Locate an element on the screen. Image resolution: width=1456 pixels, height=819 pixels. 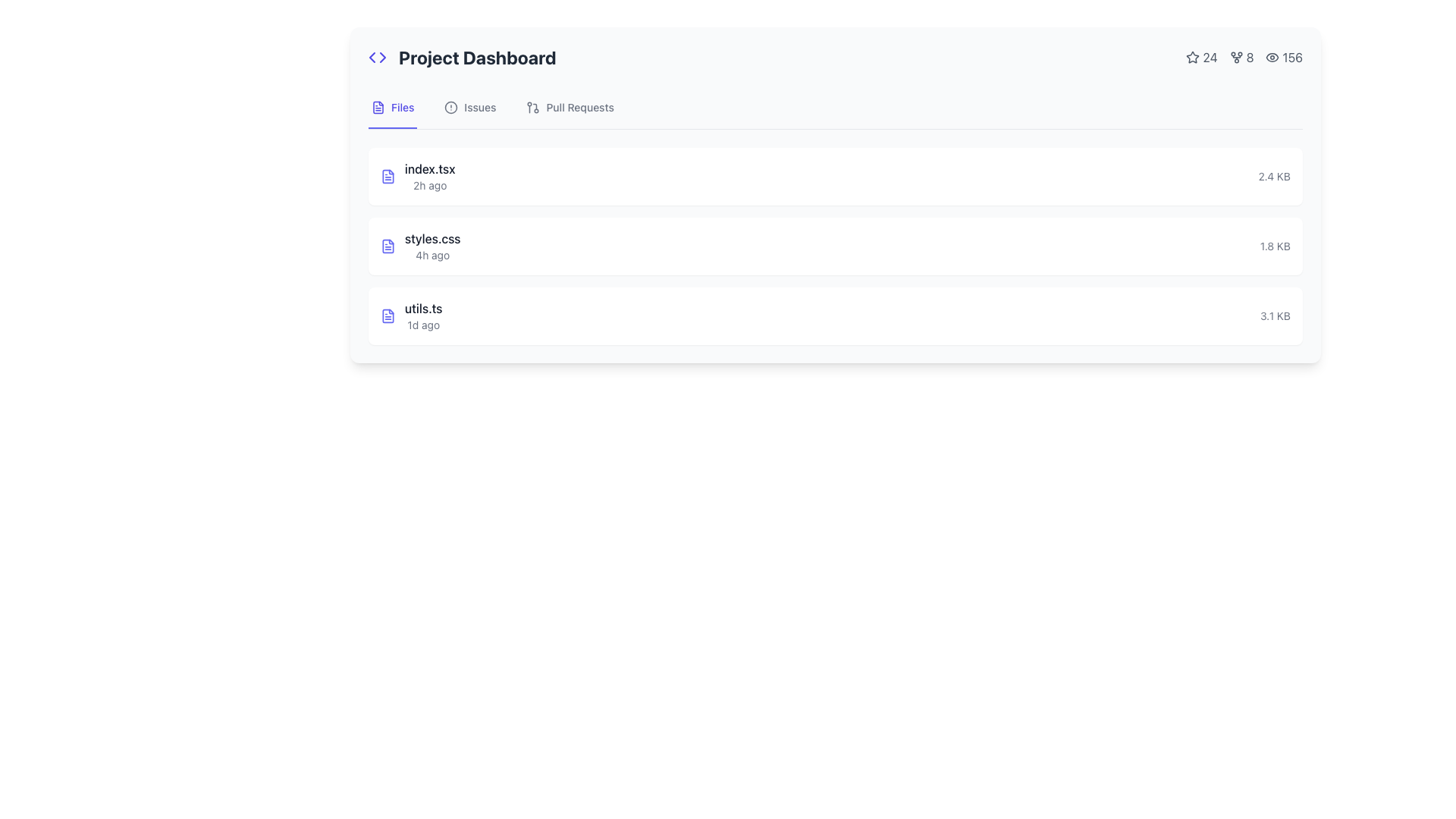
the first list item displaying information about the file 'index.tsx' is located at coordinates (418, 175).